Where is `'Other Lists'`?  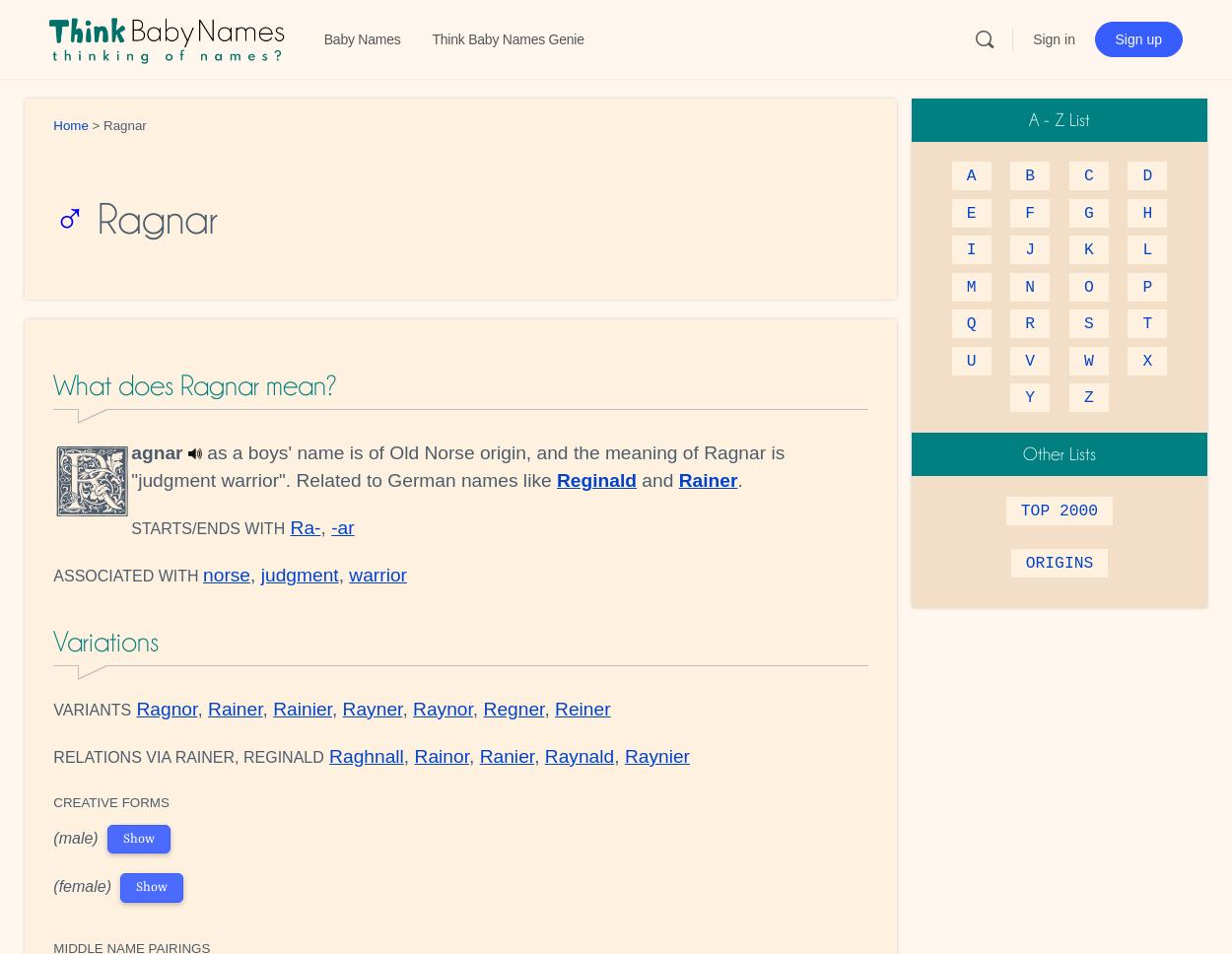
'Other Lists' is located at coordinates (1059, 452).